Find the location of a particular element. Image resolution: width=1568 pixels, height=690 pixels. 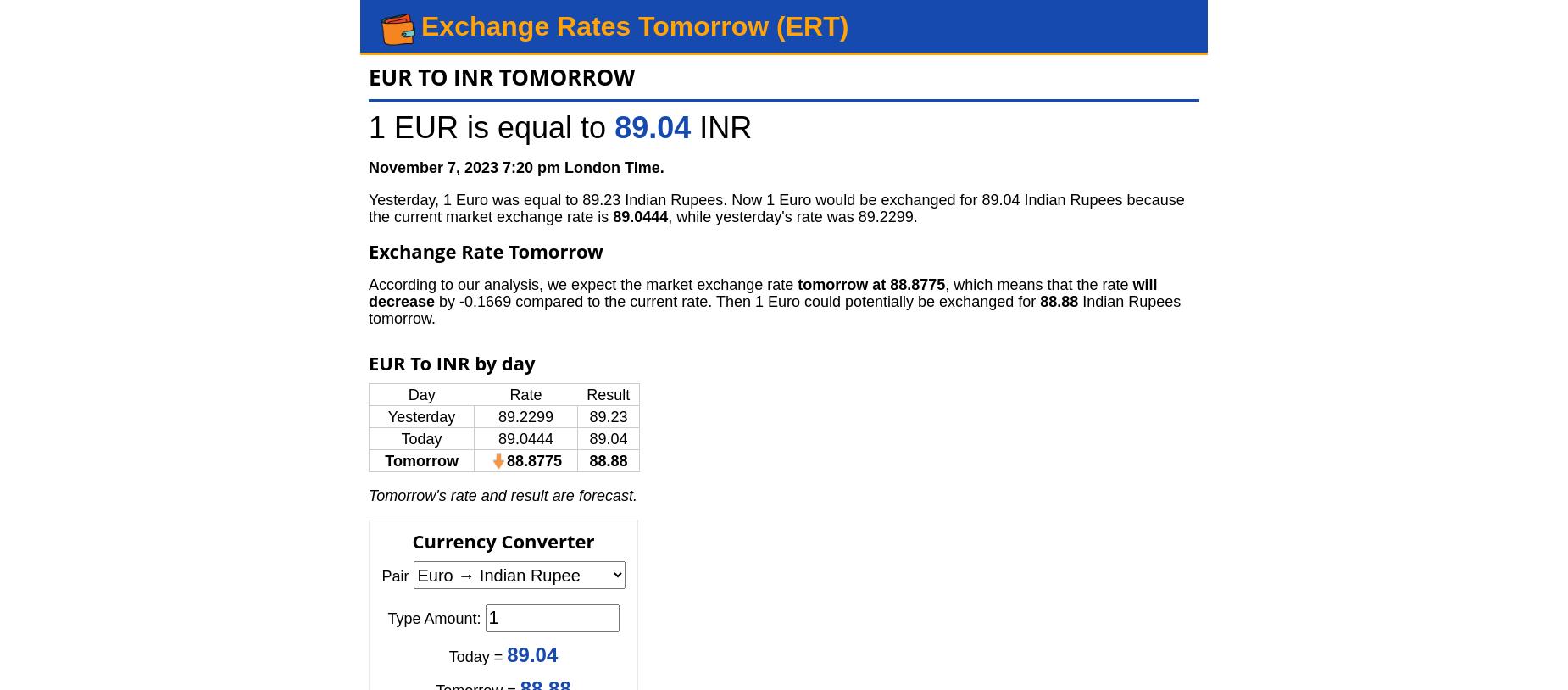

'According to our analysis, we expect the market exchange rate' is located at coordinates (583, 285).